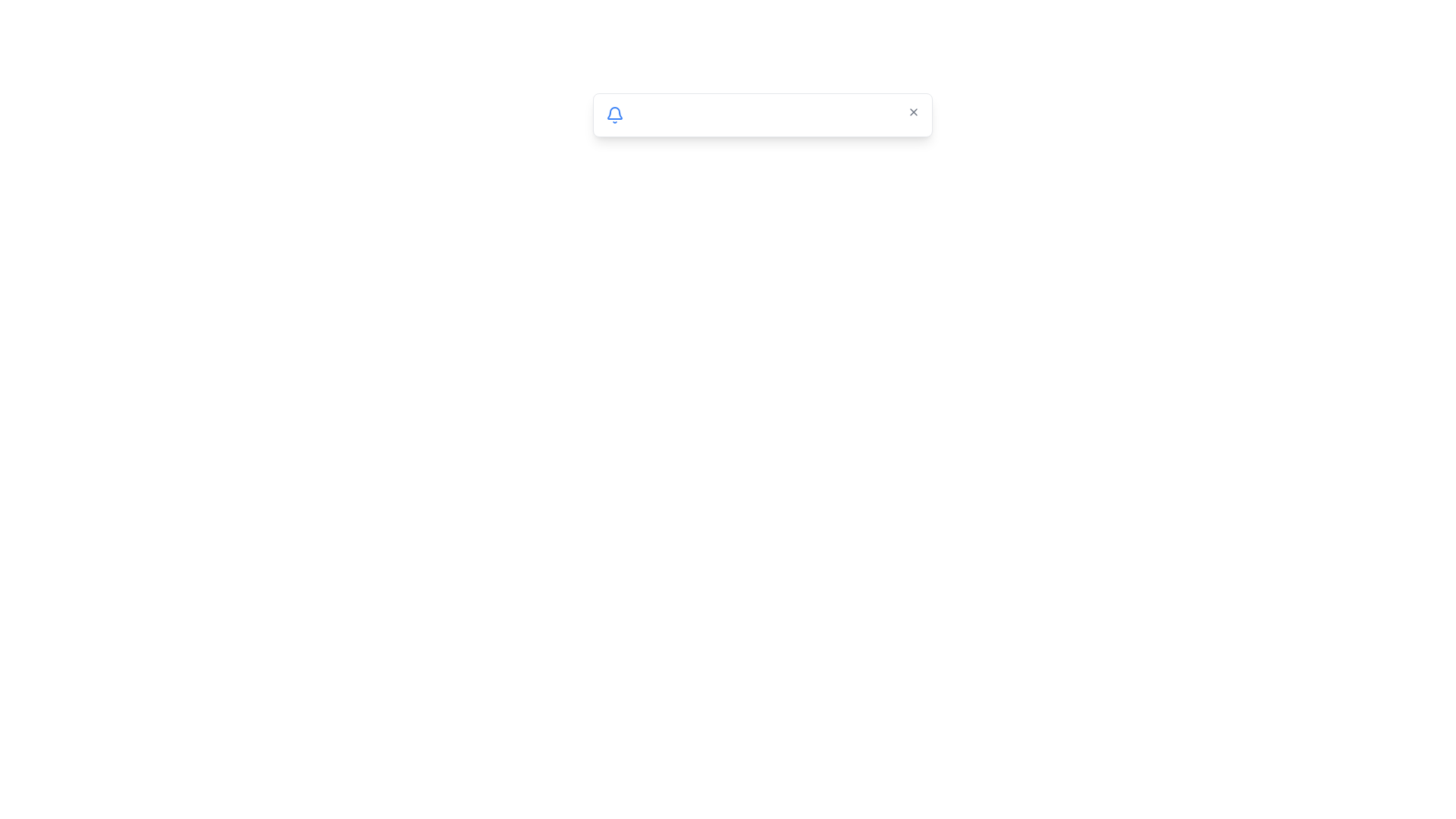 This screenshot has height=819, width=1456. Describe the element at coordinates (615, 114) in the screenshot. I see `the visual representation of the bell icon located on the left-hand side of the notification bar, which serves as an identifier for notifications or alerts` at that location.